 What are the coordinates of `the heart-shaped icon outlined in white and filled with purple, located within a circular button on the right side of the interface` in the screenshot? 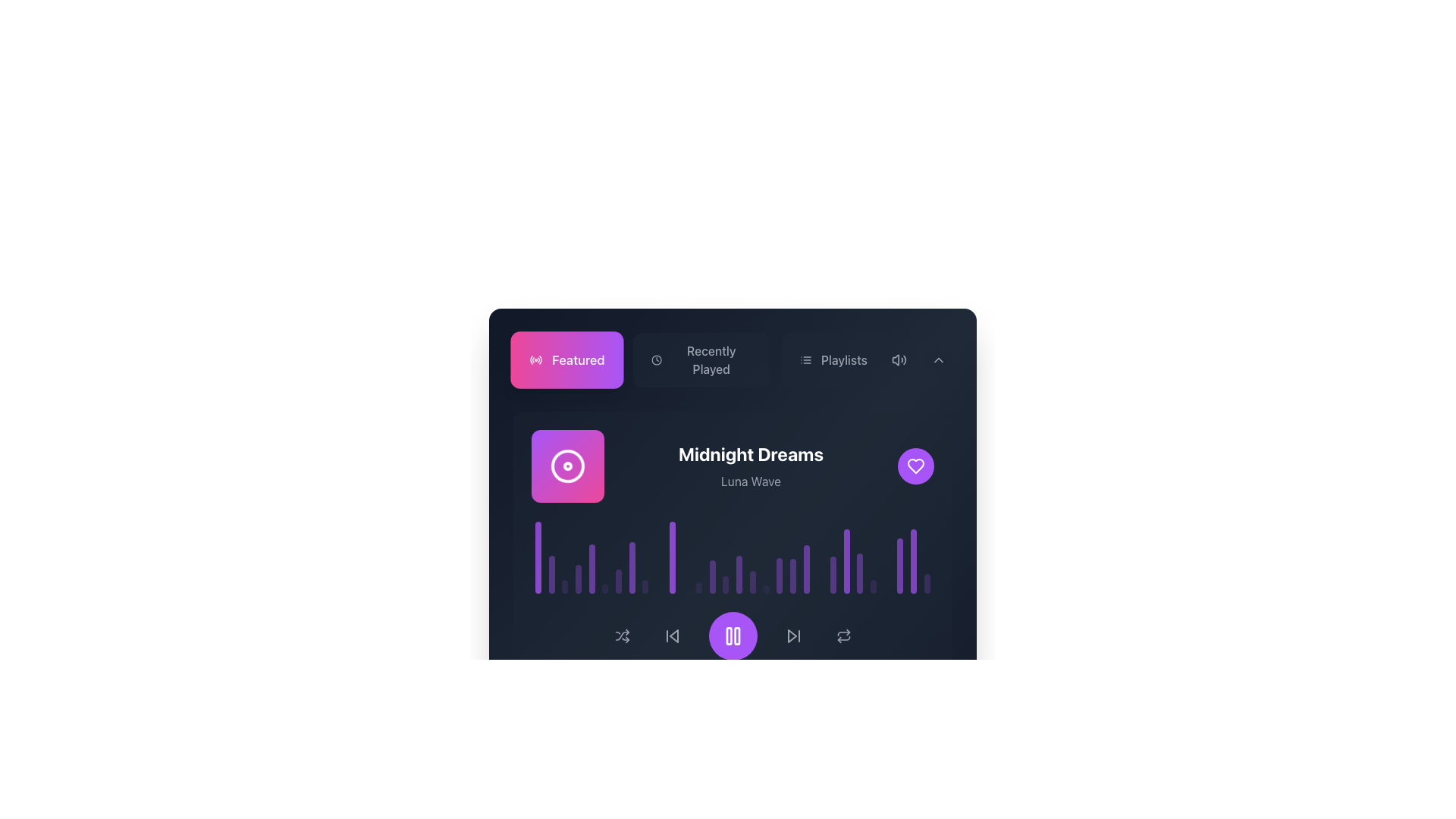 It's located at (915, 465).